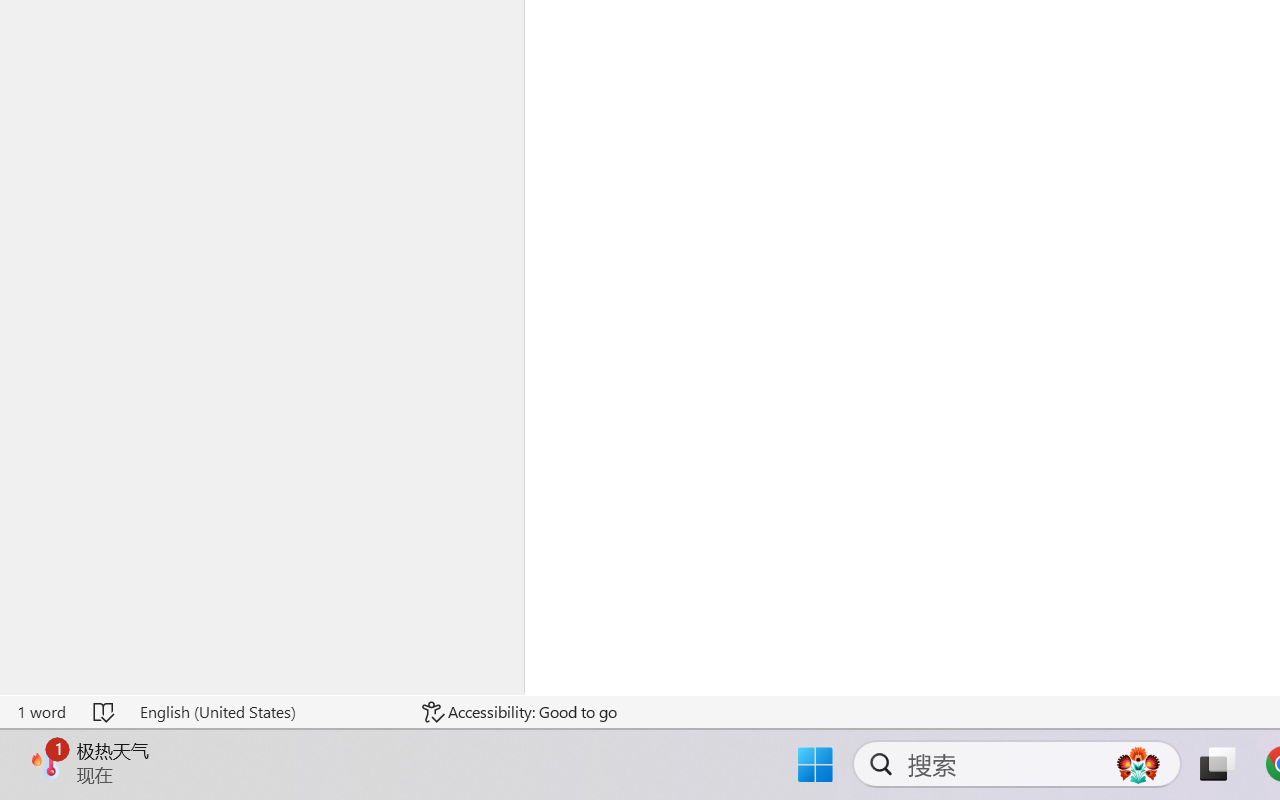  I want to click on 'Language English (United States)', so click(266, 711).